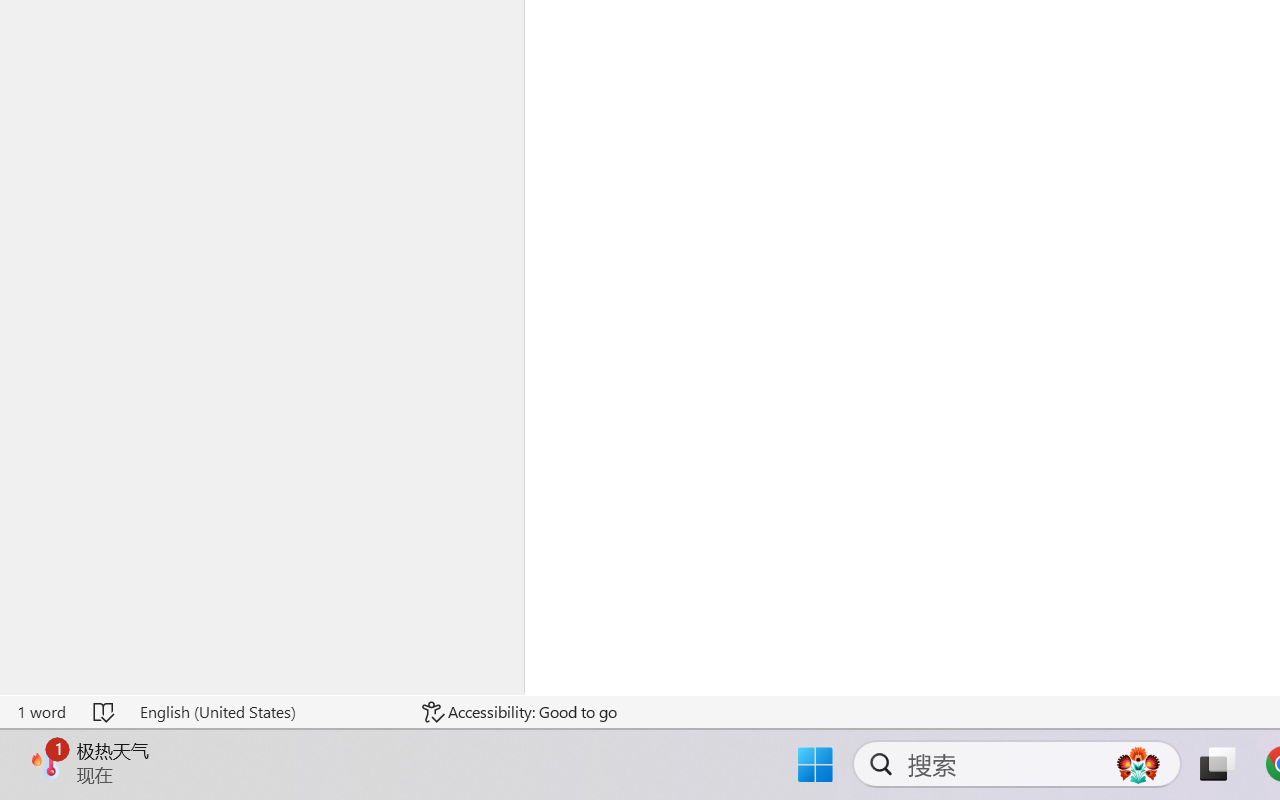  I want to click on 'Language English (United States)', so click(266, 711).